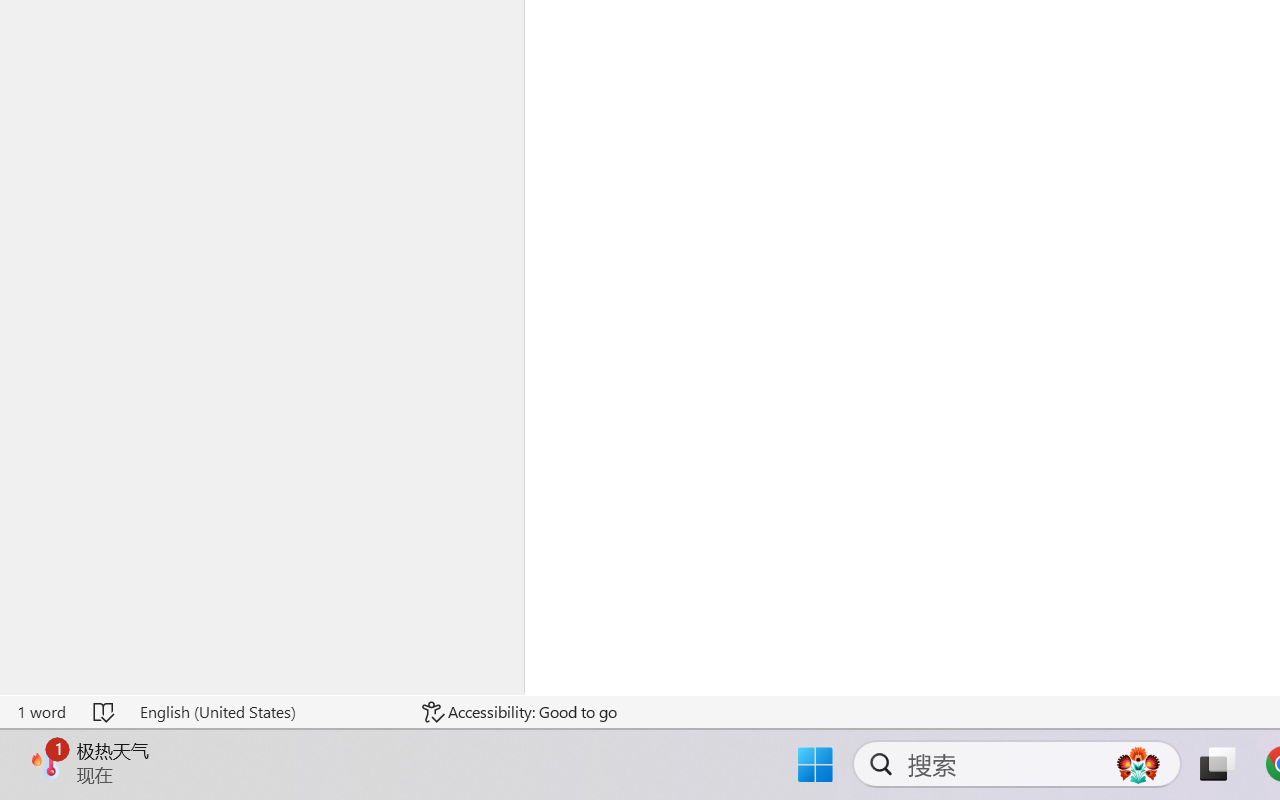  I want to click on 'Language English (United States)', so click(266, 711).